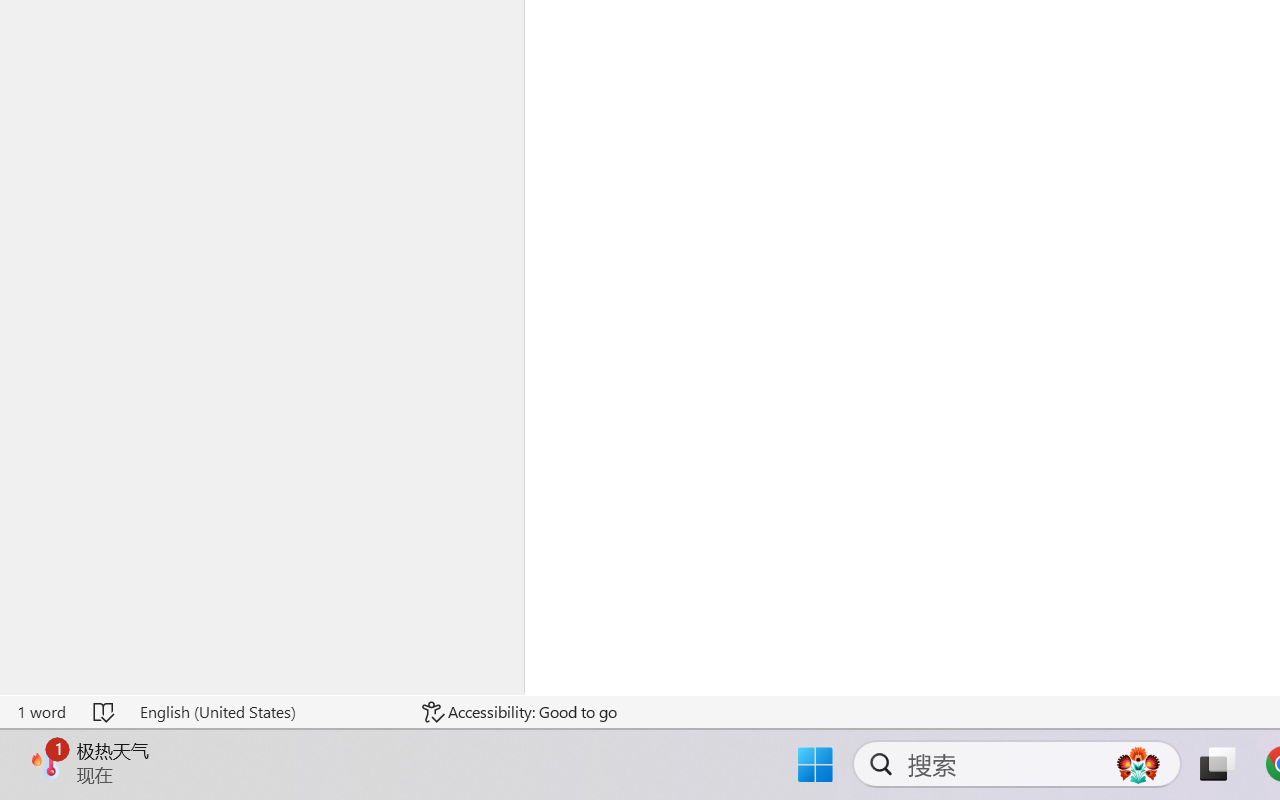  I want to click on 'Language English (United States)', so click(266, 711).